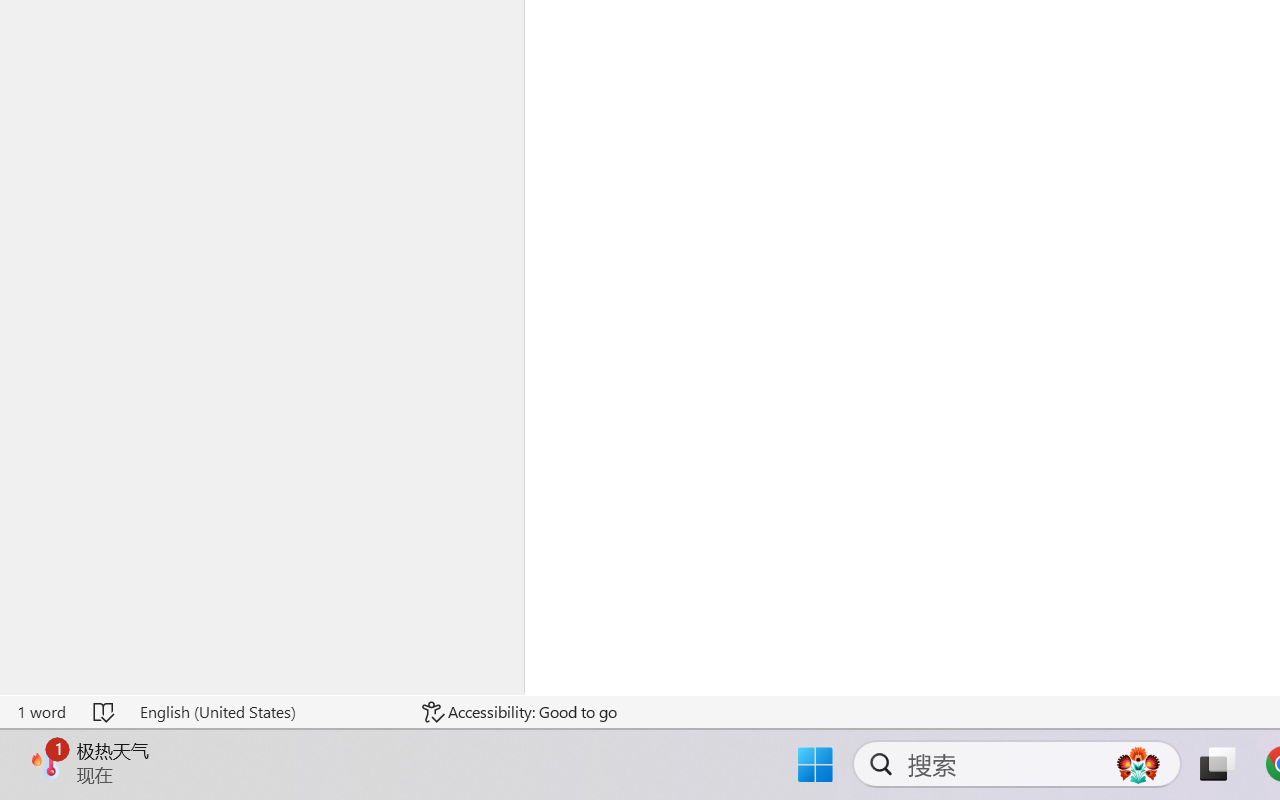  I want to click on 'Language English (United States)', so click(266, 711).